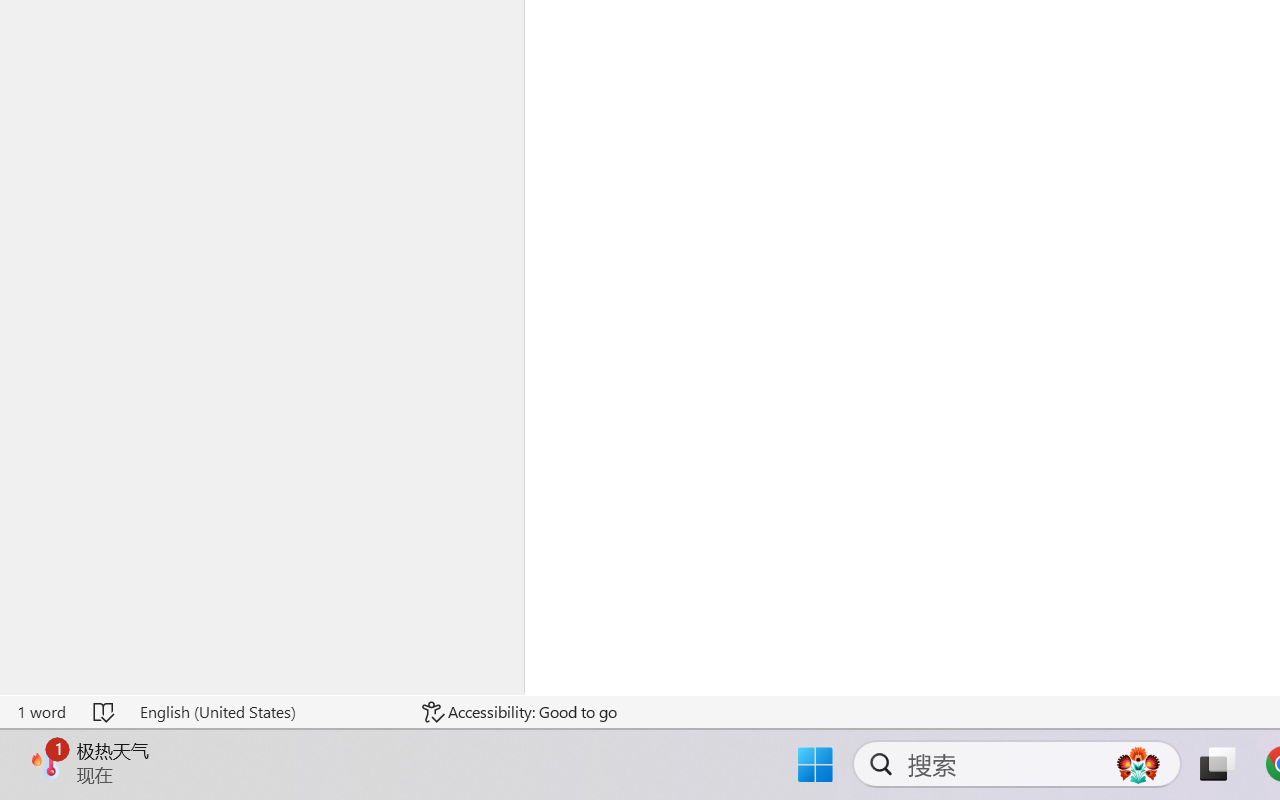  I want to click on 'Language English (United States)', so click(266, 711).